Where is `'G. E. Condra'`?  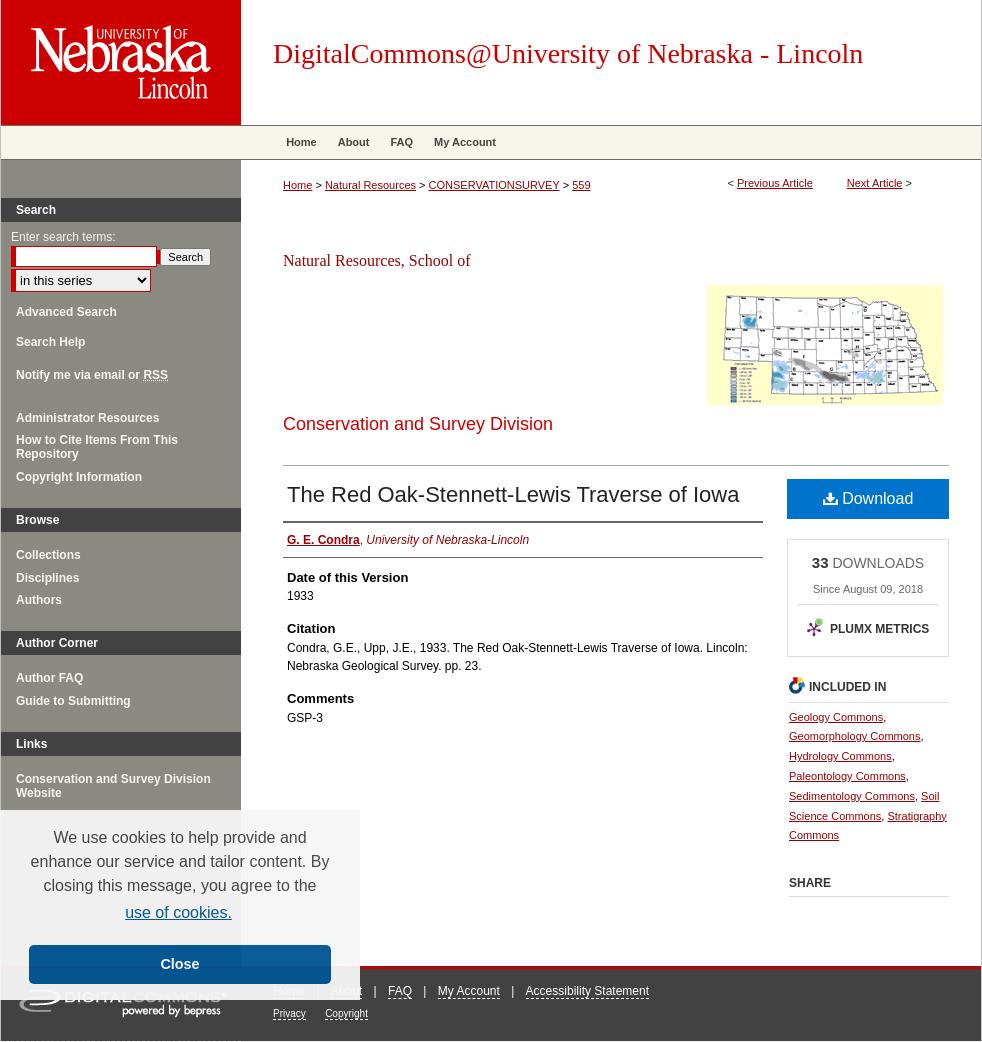
'G. E. Condra' is located at coordinates (287, 538).